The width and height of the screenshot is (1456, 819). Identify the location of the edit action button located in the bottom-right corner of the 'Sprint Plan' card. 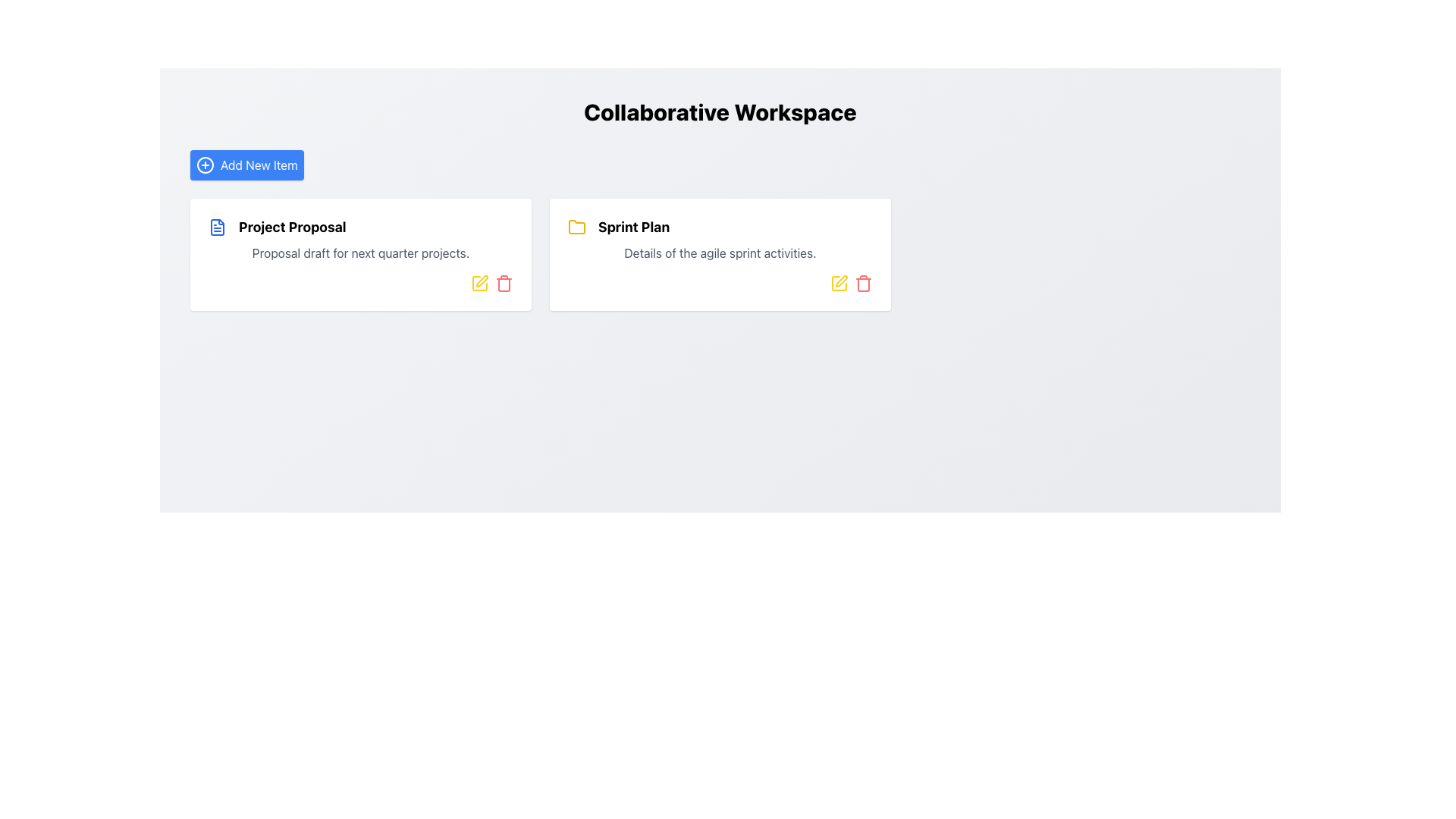
(839, 284).